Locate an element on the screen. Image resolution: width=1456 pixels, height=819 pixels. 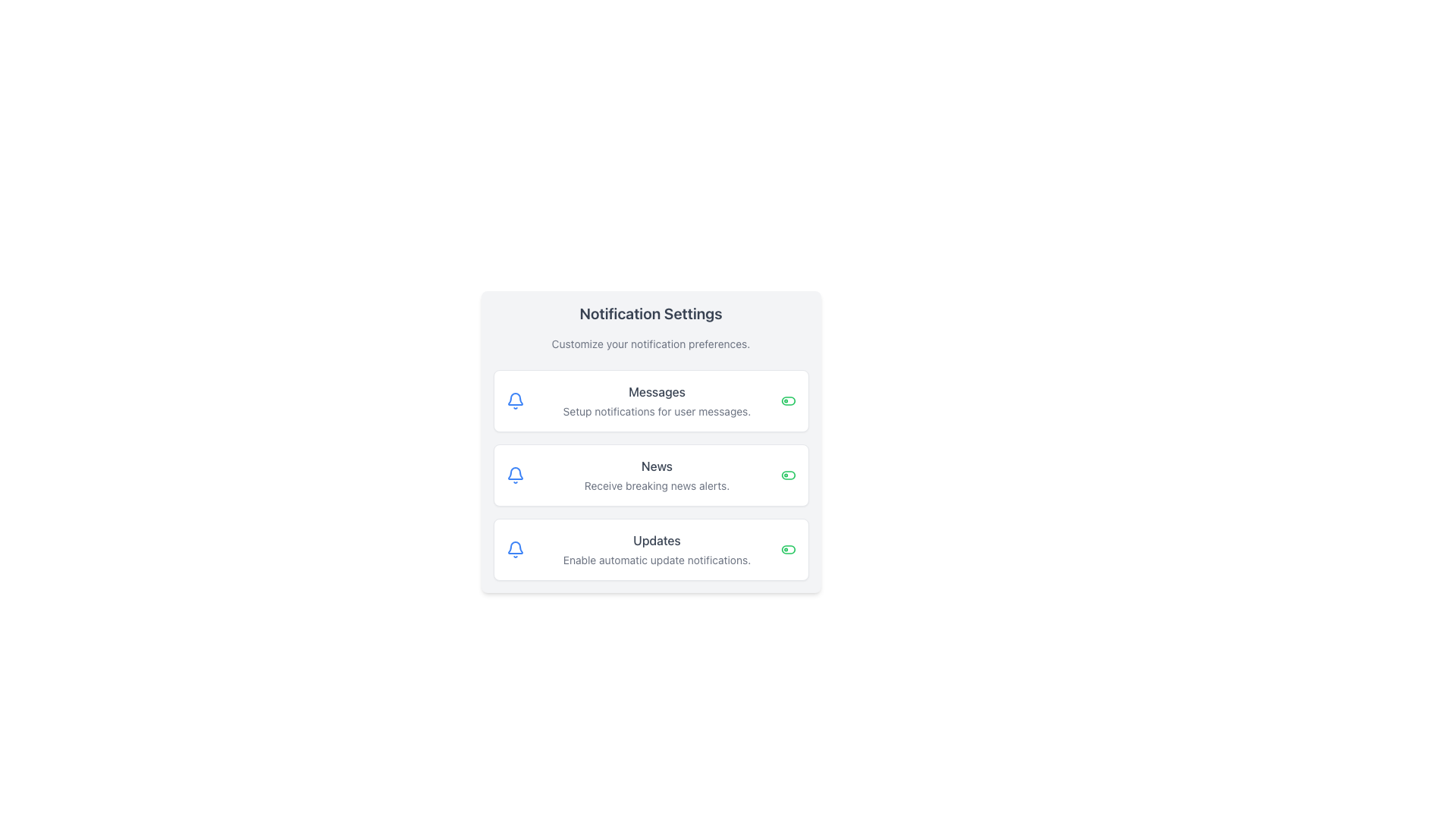
the toggle switch on the notification toggle card for breaking news alerts, which is the second card in the vertical list of notification options is located at coordinates (651, 475).